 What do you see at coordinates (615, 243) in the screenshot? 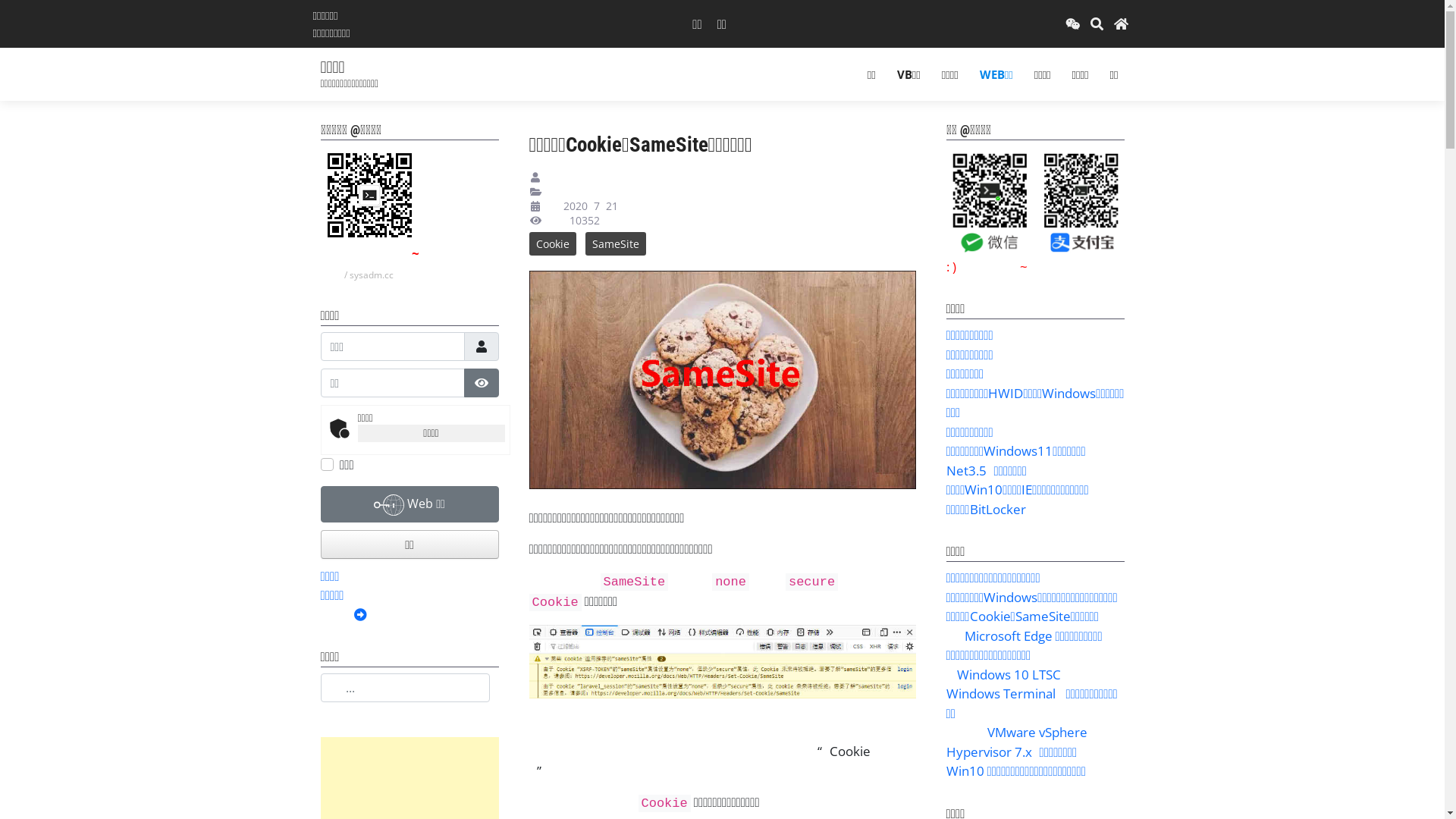
I see `'SameSite'` at bounding box center [615, 243].